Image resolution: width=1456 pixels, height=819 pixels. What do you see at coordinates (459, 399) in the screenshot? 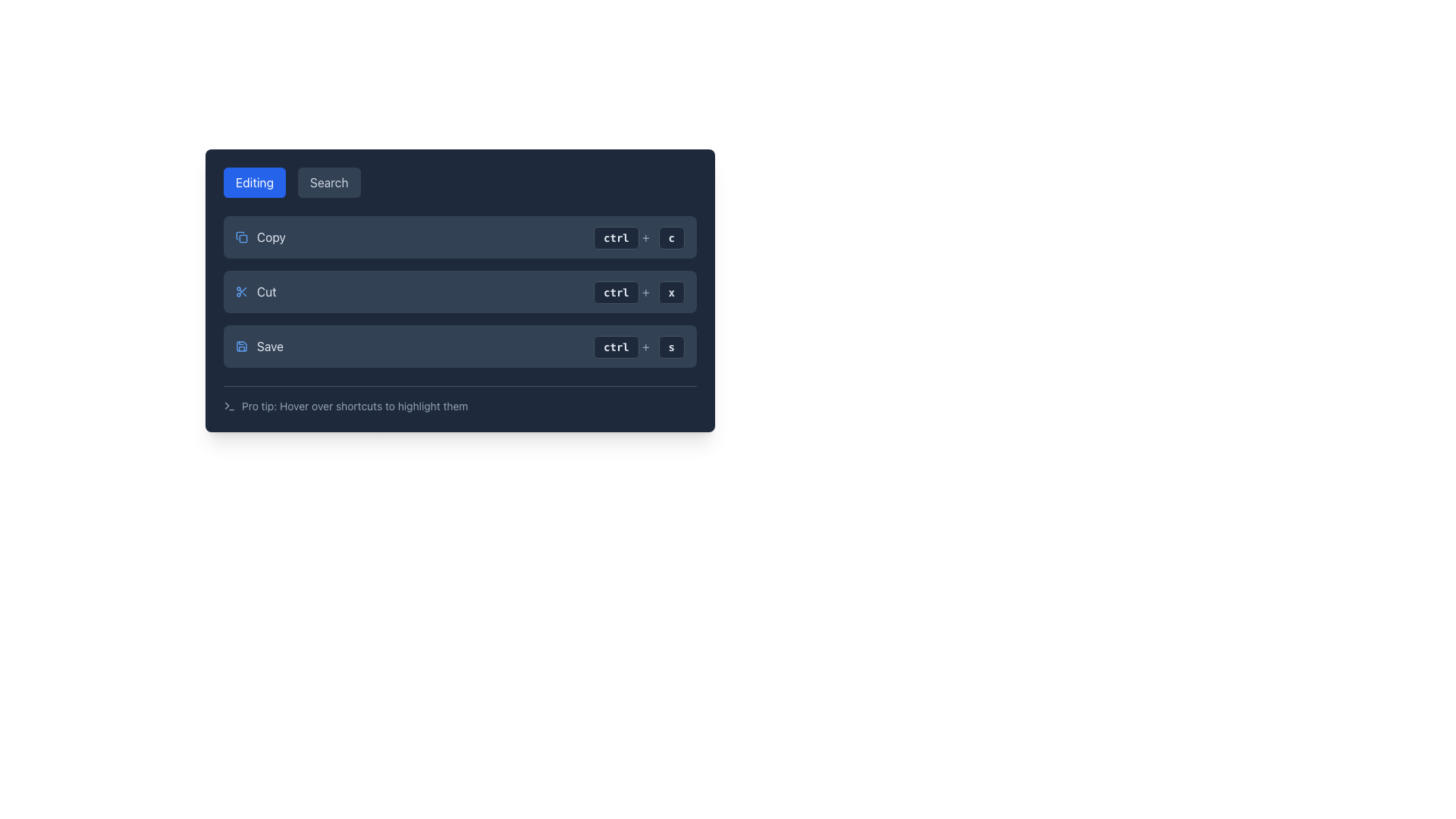
I see `the informational text element that provides the tip 'Pro tip: Hover over shortcuts` at bounding box center [459, 399].